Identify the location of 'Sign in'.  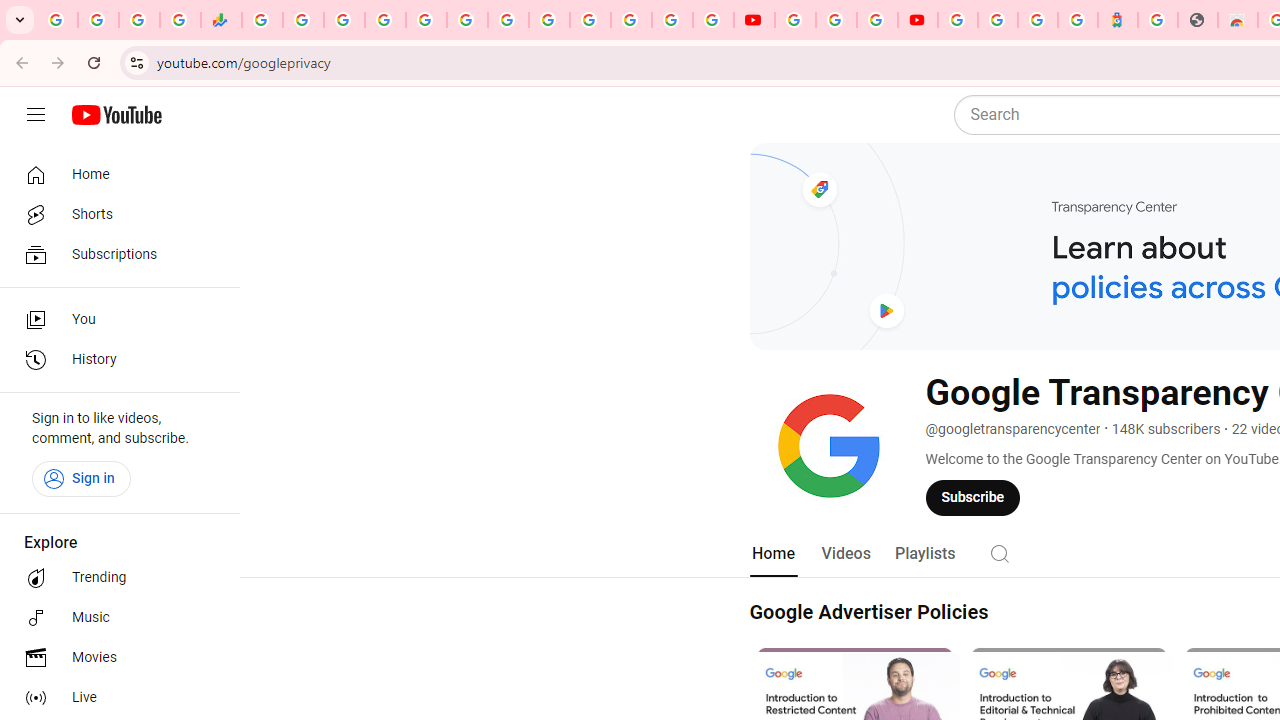
(80, 478).